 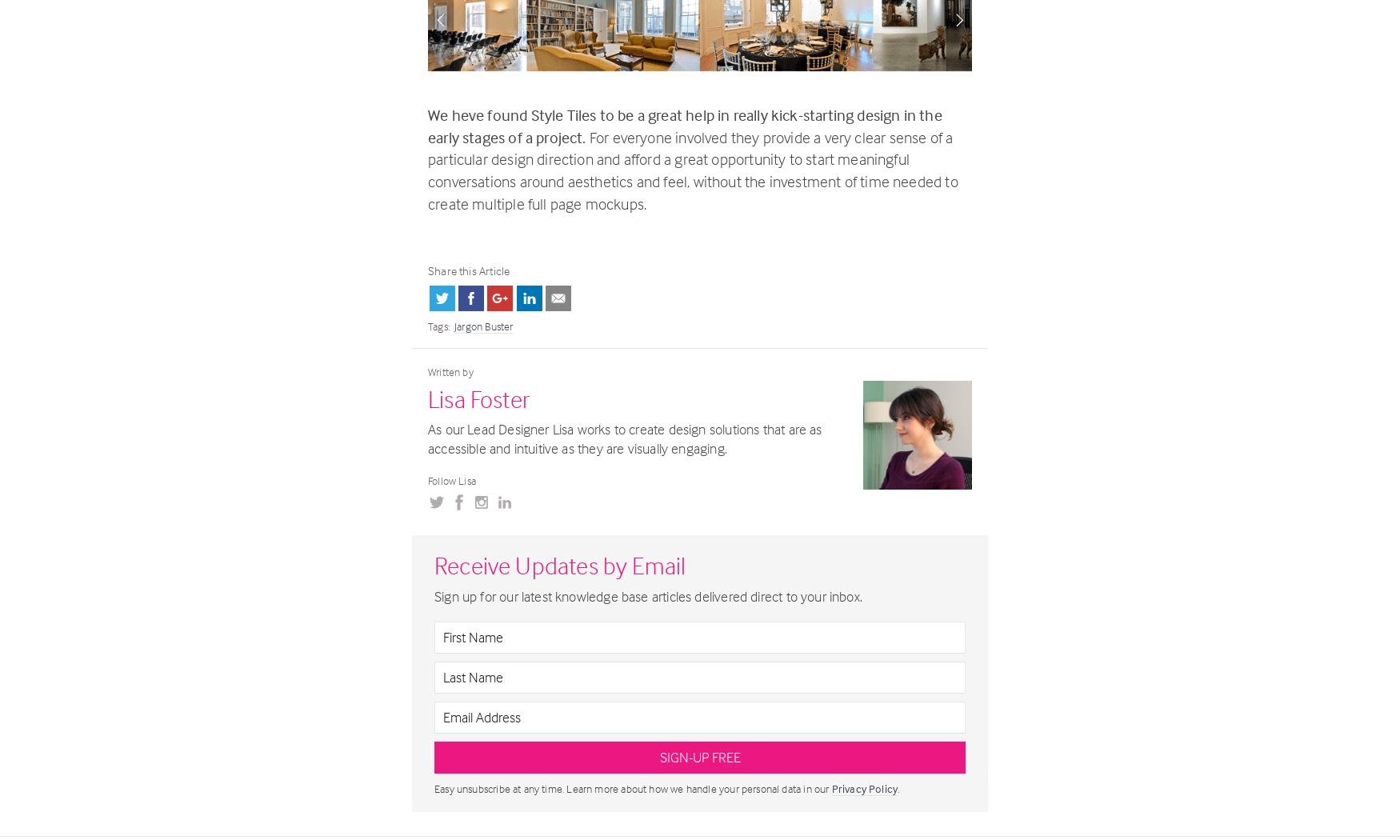 I want to click on 'Follow Lisa', so click(x=451, y=480).